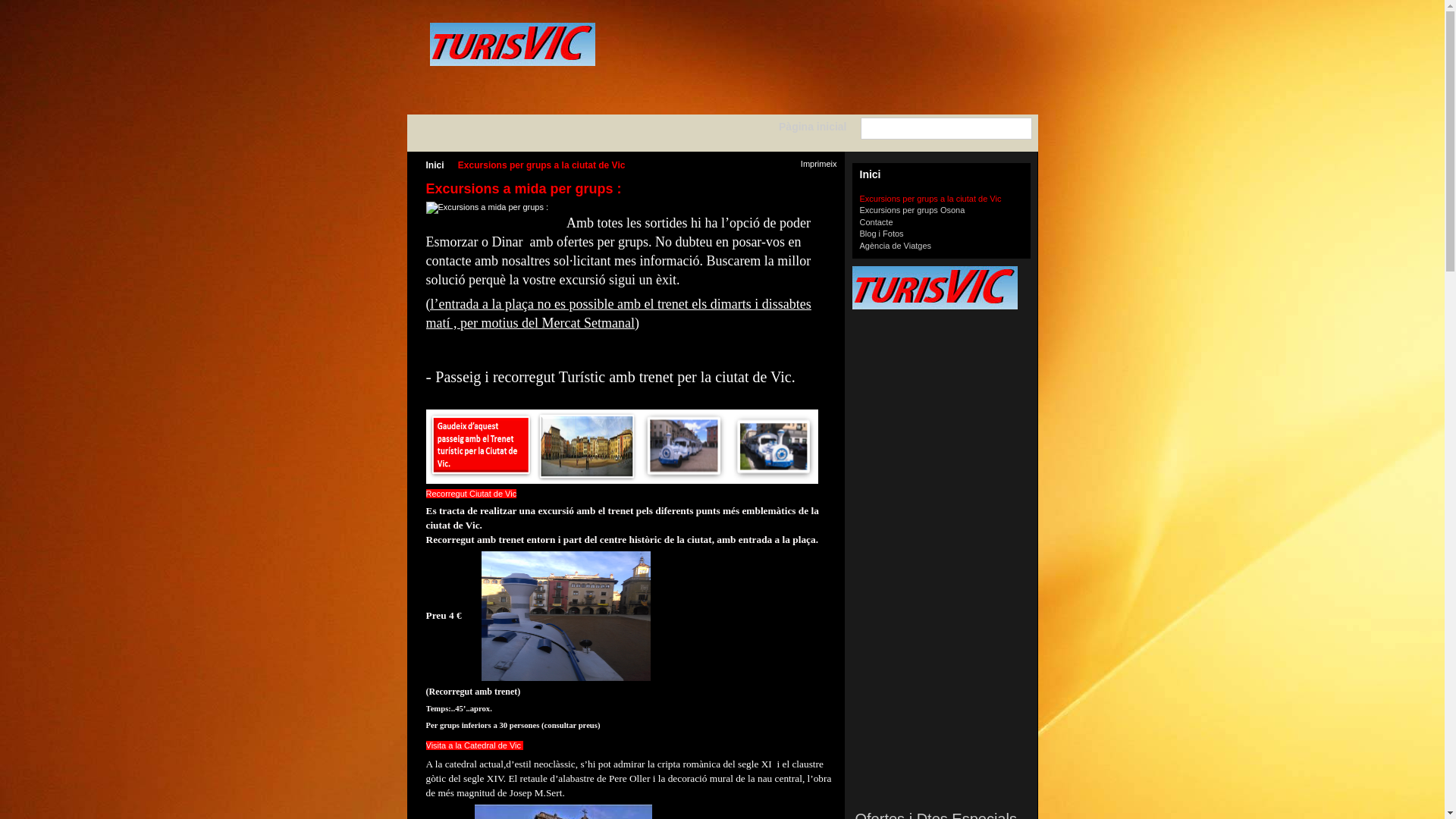  I want to click on 'Inici', so click(852, 174).